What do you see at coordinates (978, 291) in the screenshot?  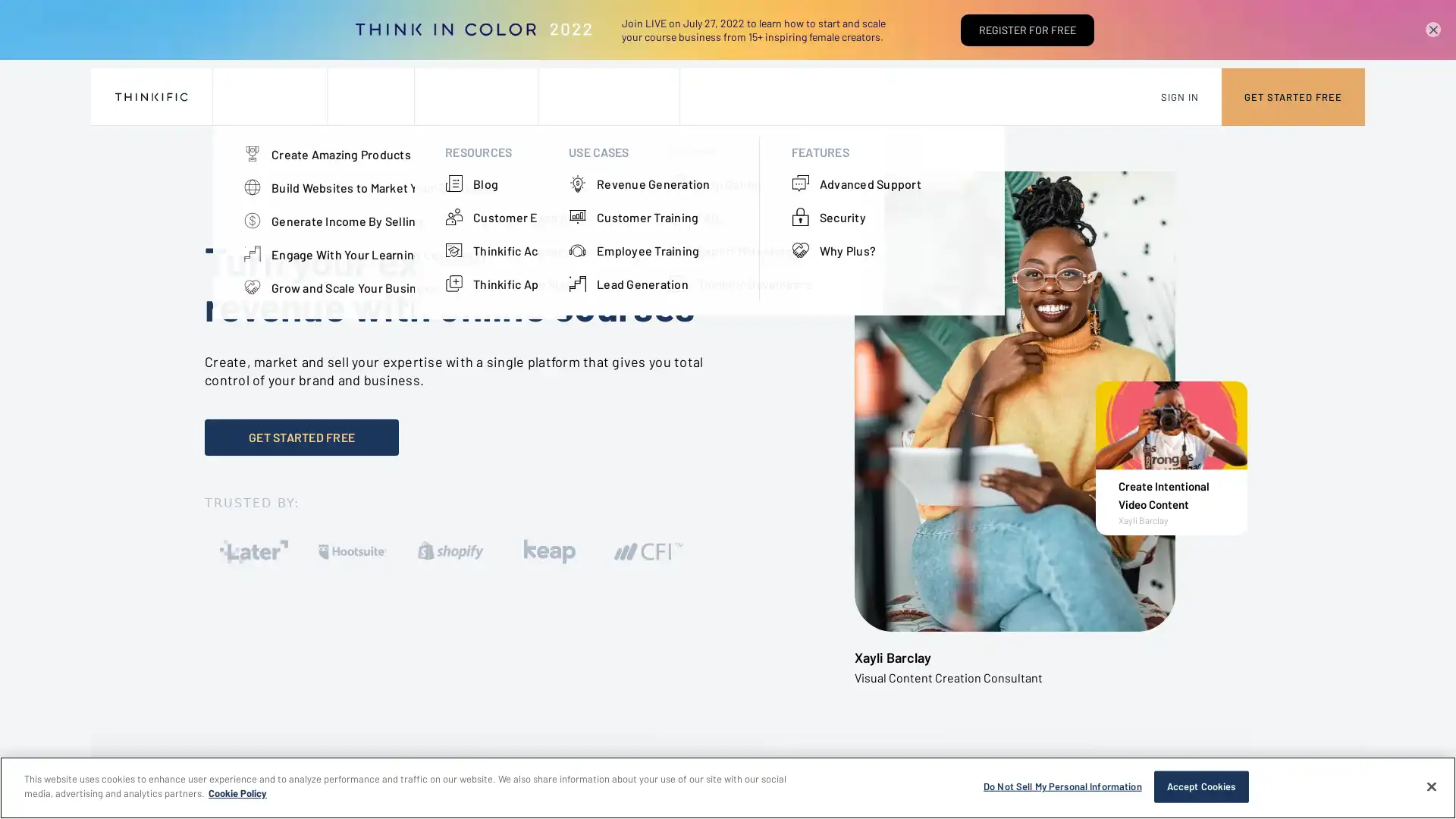 I see `Close the modal` at bounding box center [978, 291].